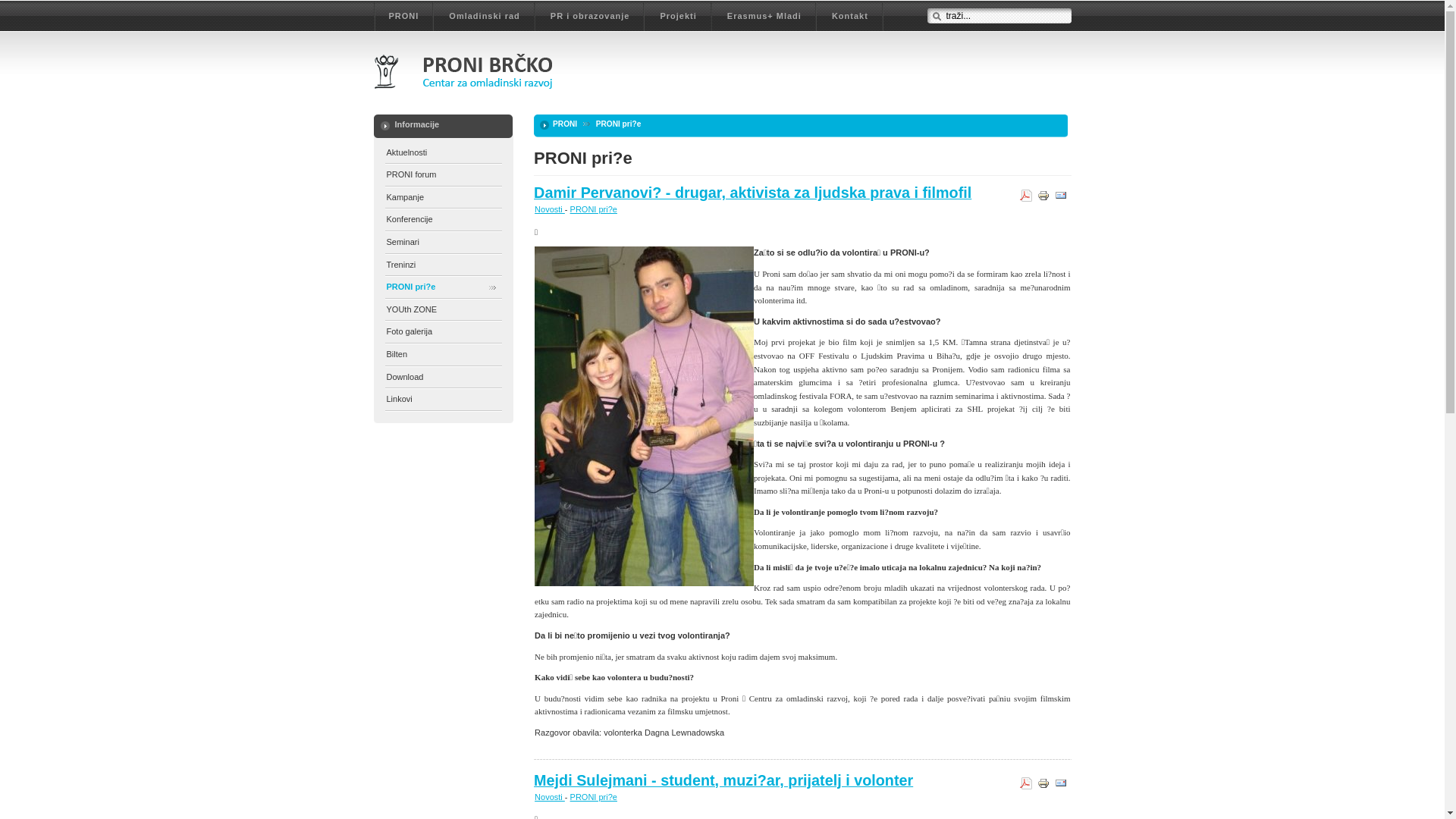  Describe the element at coordinates (483, 17) in the screenshot. I see `'Omladinski rad'` at that location.